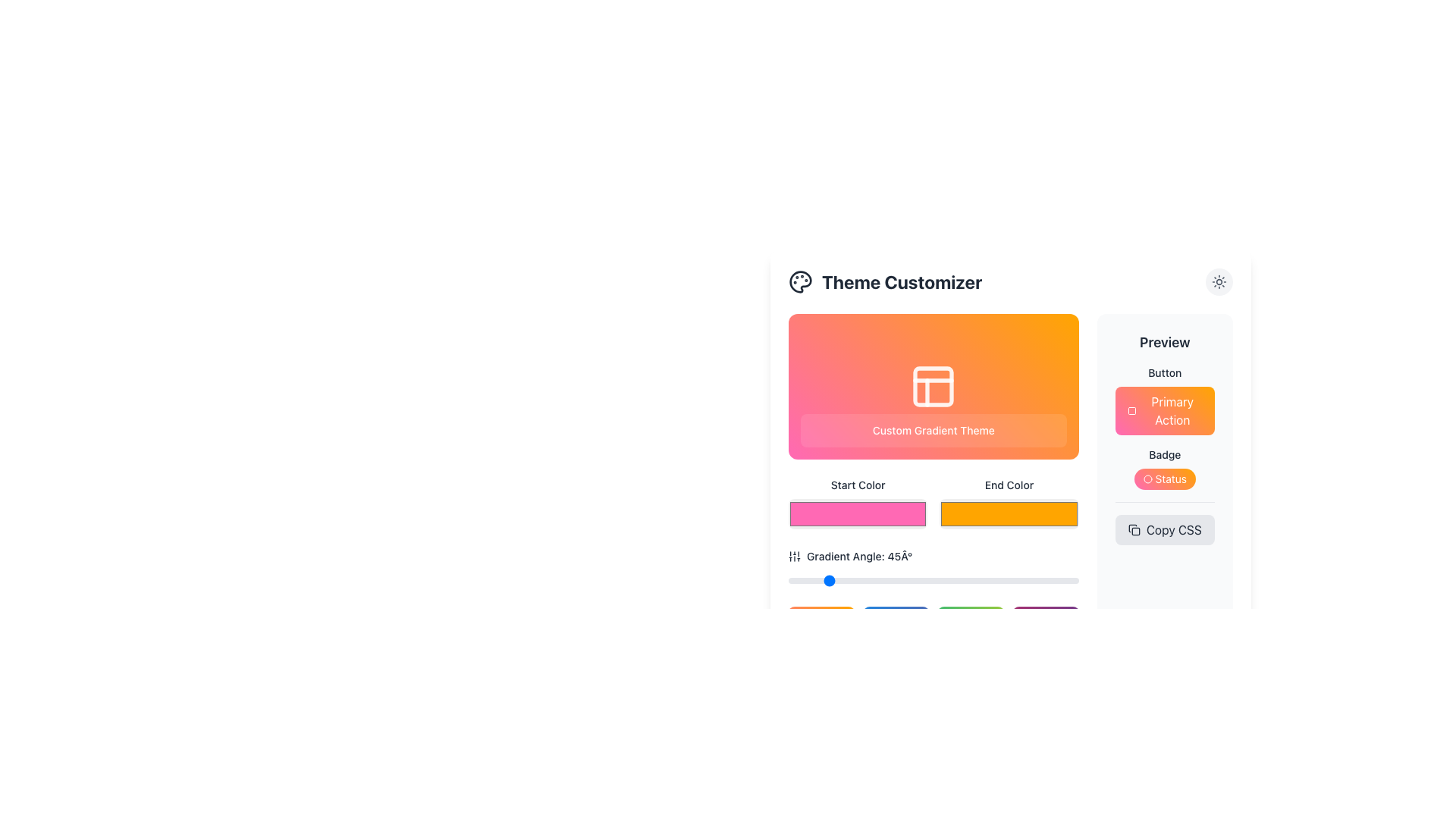 The image size is (1456, 819). I want to click on decorative circle icon located to the left of the 'Status' text in the Preview section of the interface, so click(1147, 479).